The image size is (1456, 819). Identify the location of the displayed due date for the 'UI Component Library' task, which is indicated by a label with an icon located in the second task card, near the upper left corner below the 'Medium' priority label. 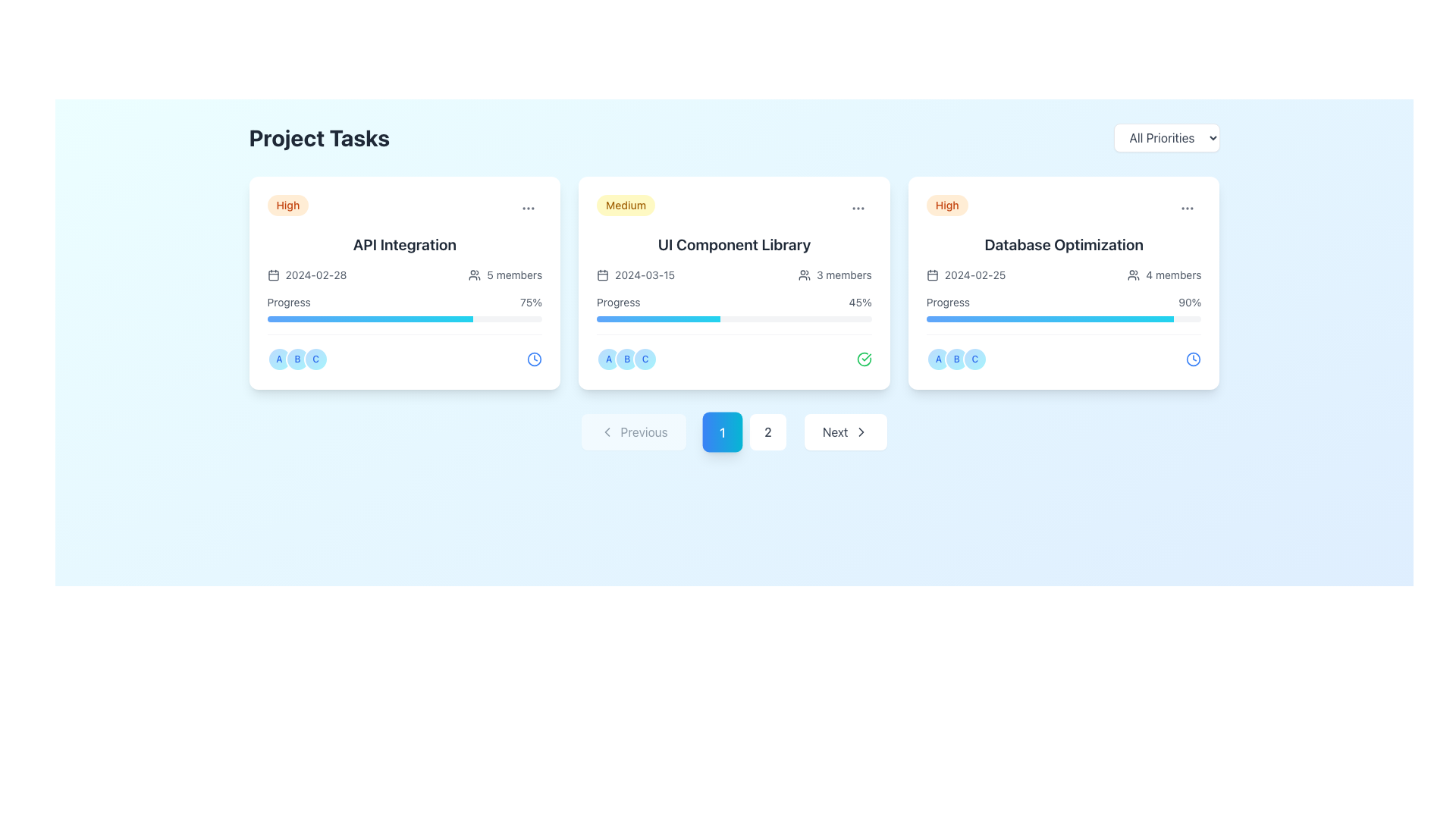
(635, 275).